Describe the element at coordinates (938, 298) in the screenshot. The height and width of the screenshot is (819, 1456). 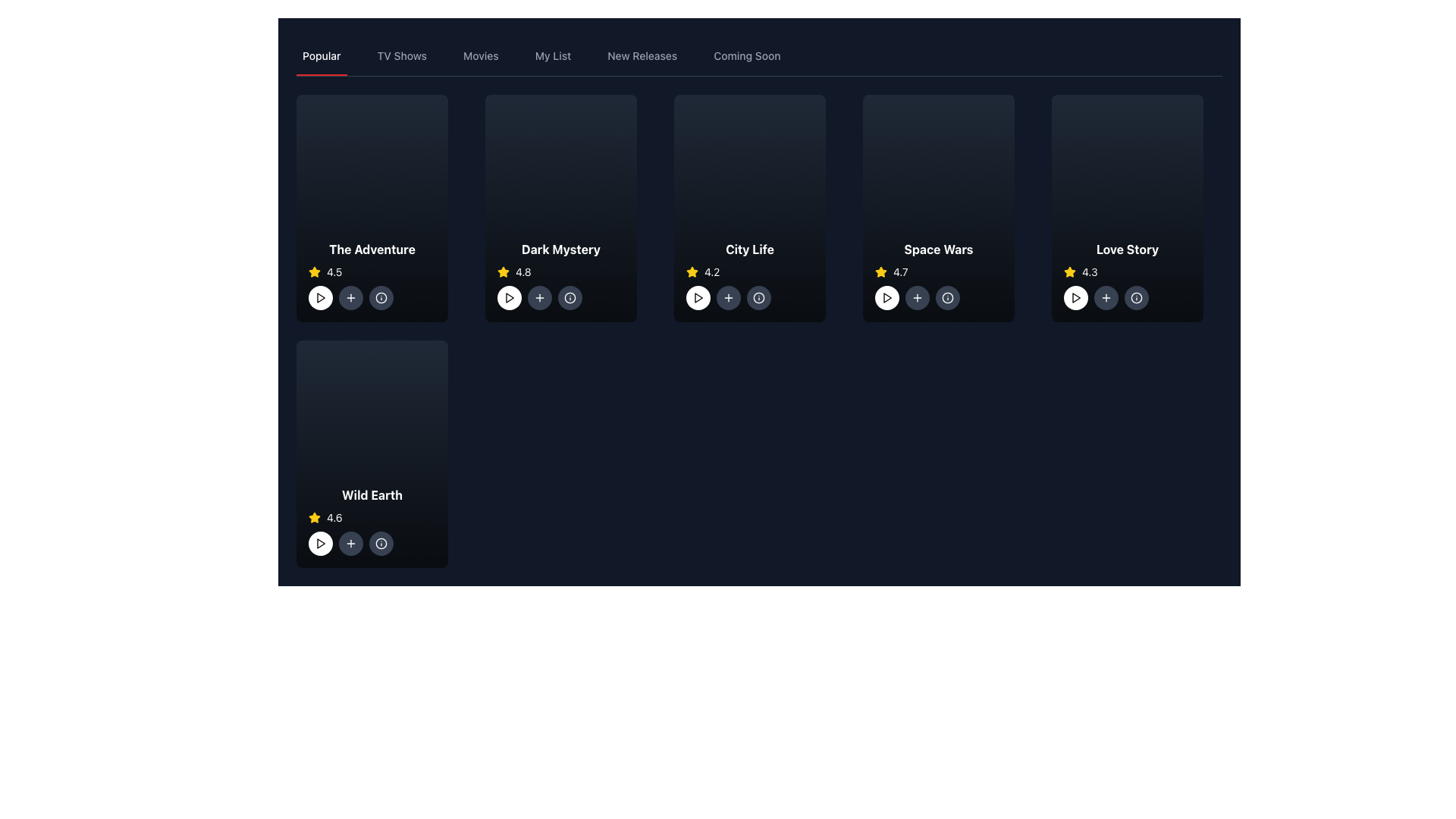
I see `the informational button located in the bottom section of the 'Space Wars' card, specifically the third button in a row of three buttons` at that location.